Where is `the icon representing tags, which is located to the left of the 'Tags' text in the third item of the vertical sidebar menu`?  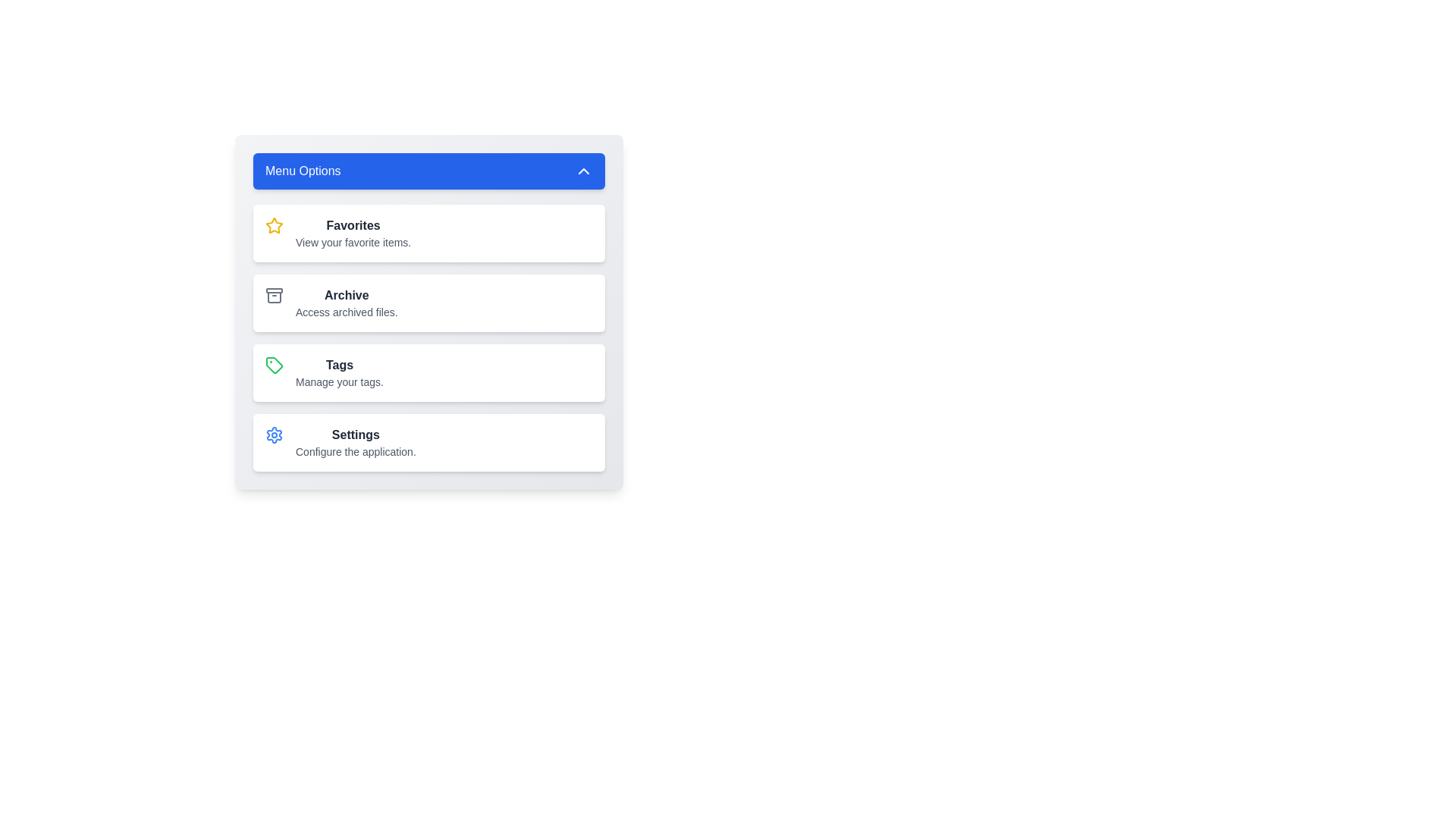 the icon representing tags, which is located to the left of the 'Tags' text in the third item of the vertical sidebar menu is located at coordinates (274, 366).